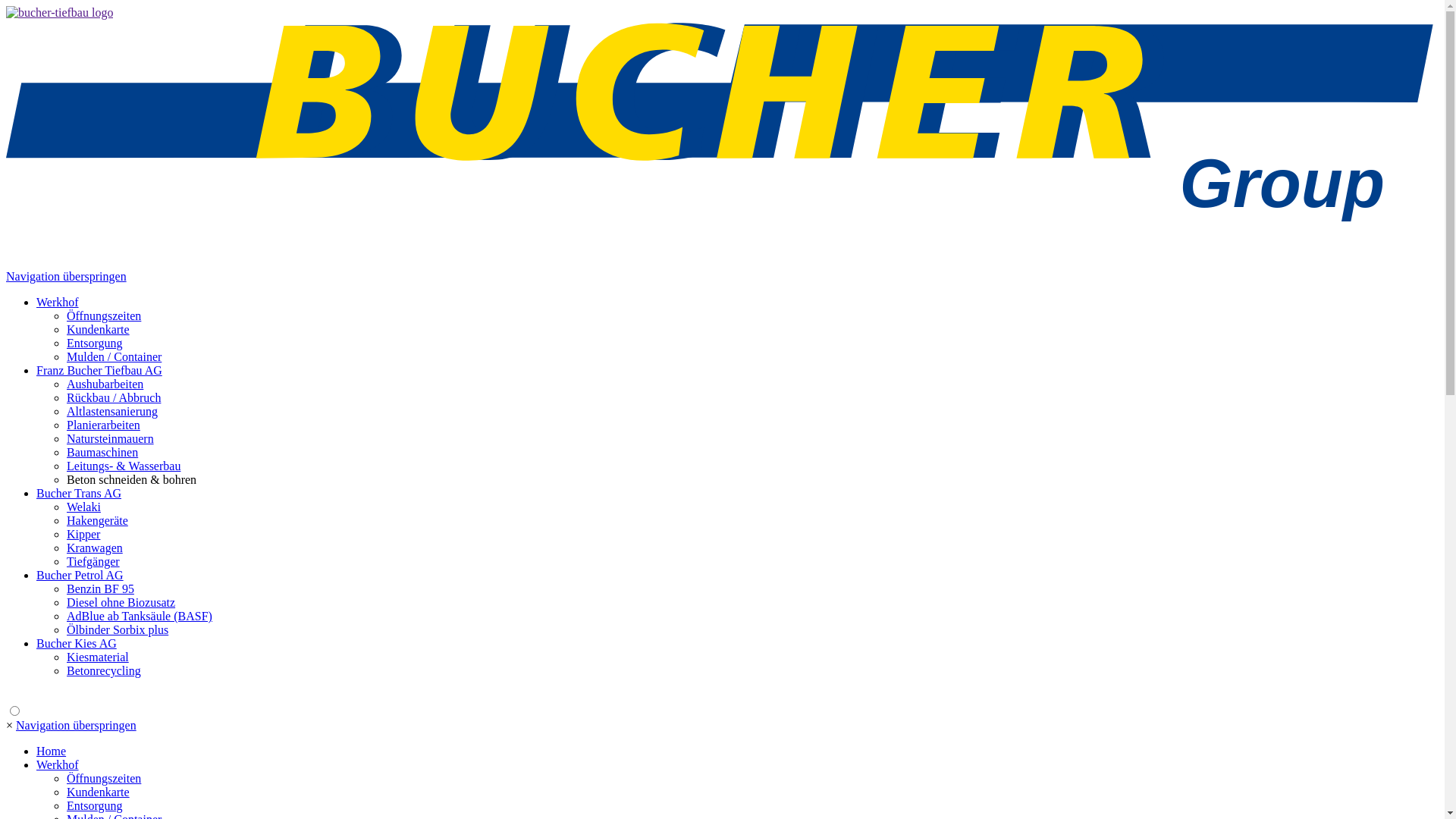  Describe the element at coordinates (109, 438) in the screenshot. I see `'Natursteinmauern'` at that location.